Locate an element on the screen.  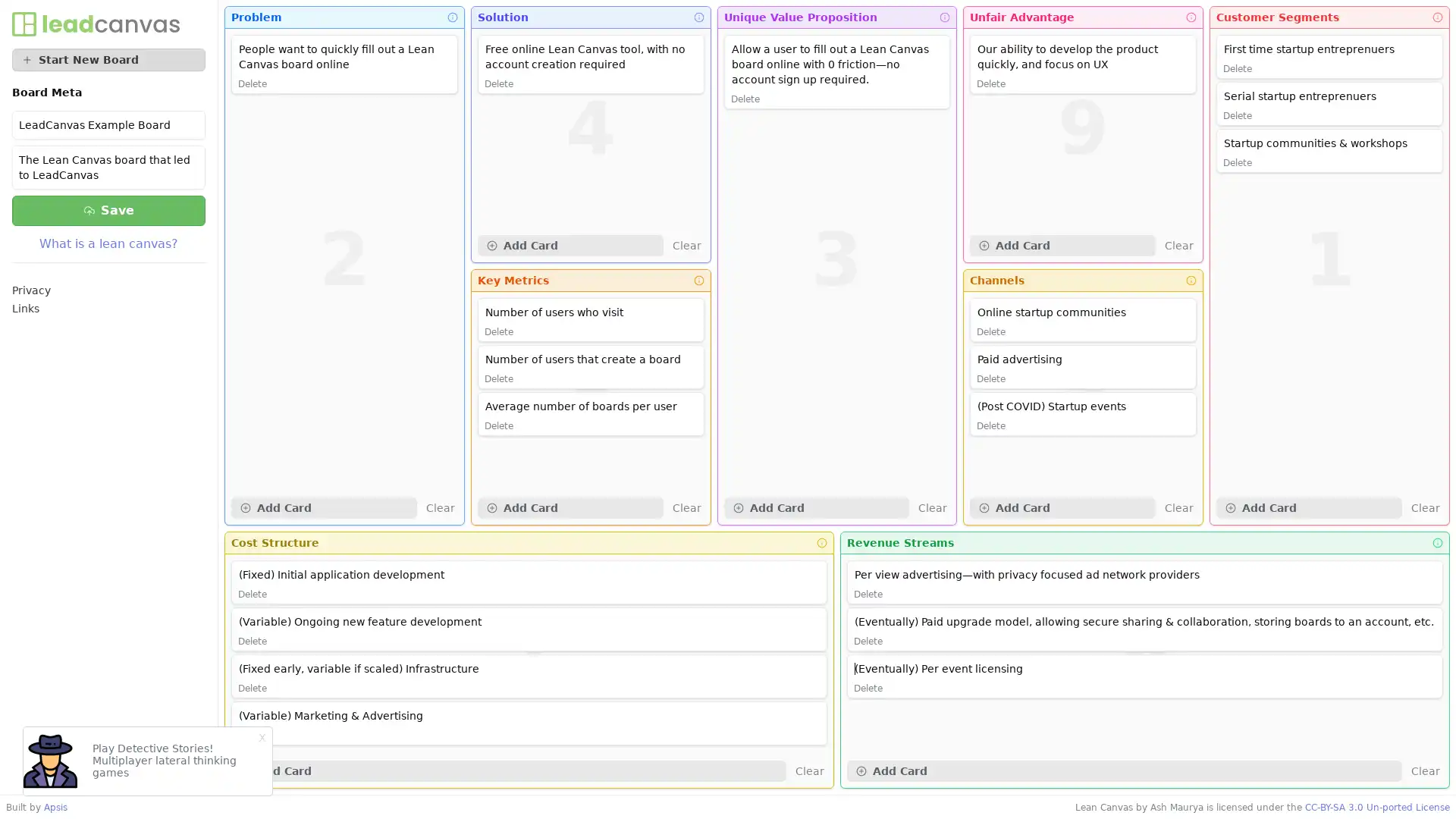
Add Card is located at coordinates (569, 508).